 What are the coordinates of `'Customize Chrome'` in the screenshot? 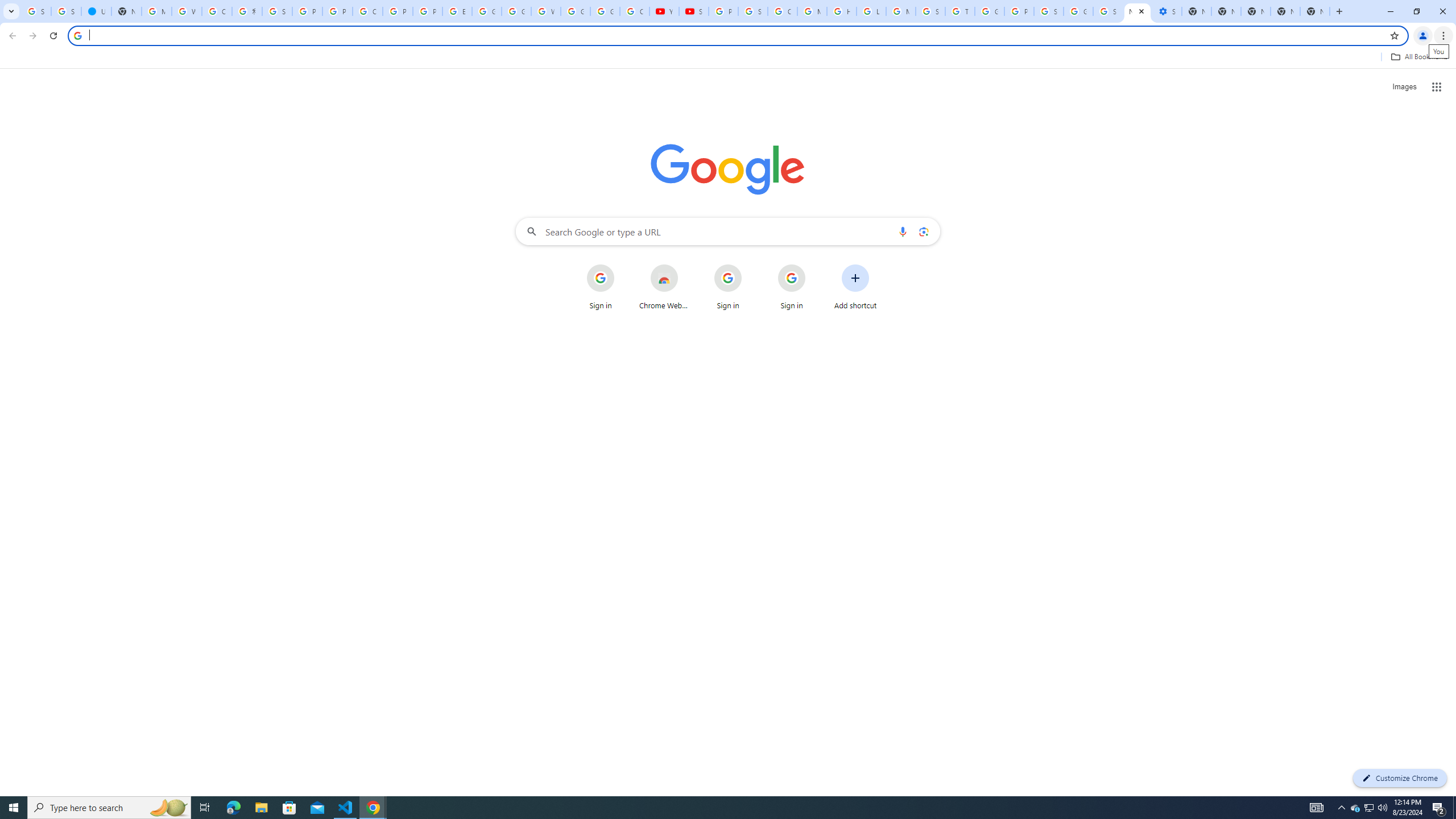 It's located at (1400, 777).